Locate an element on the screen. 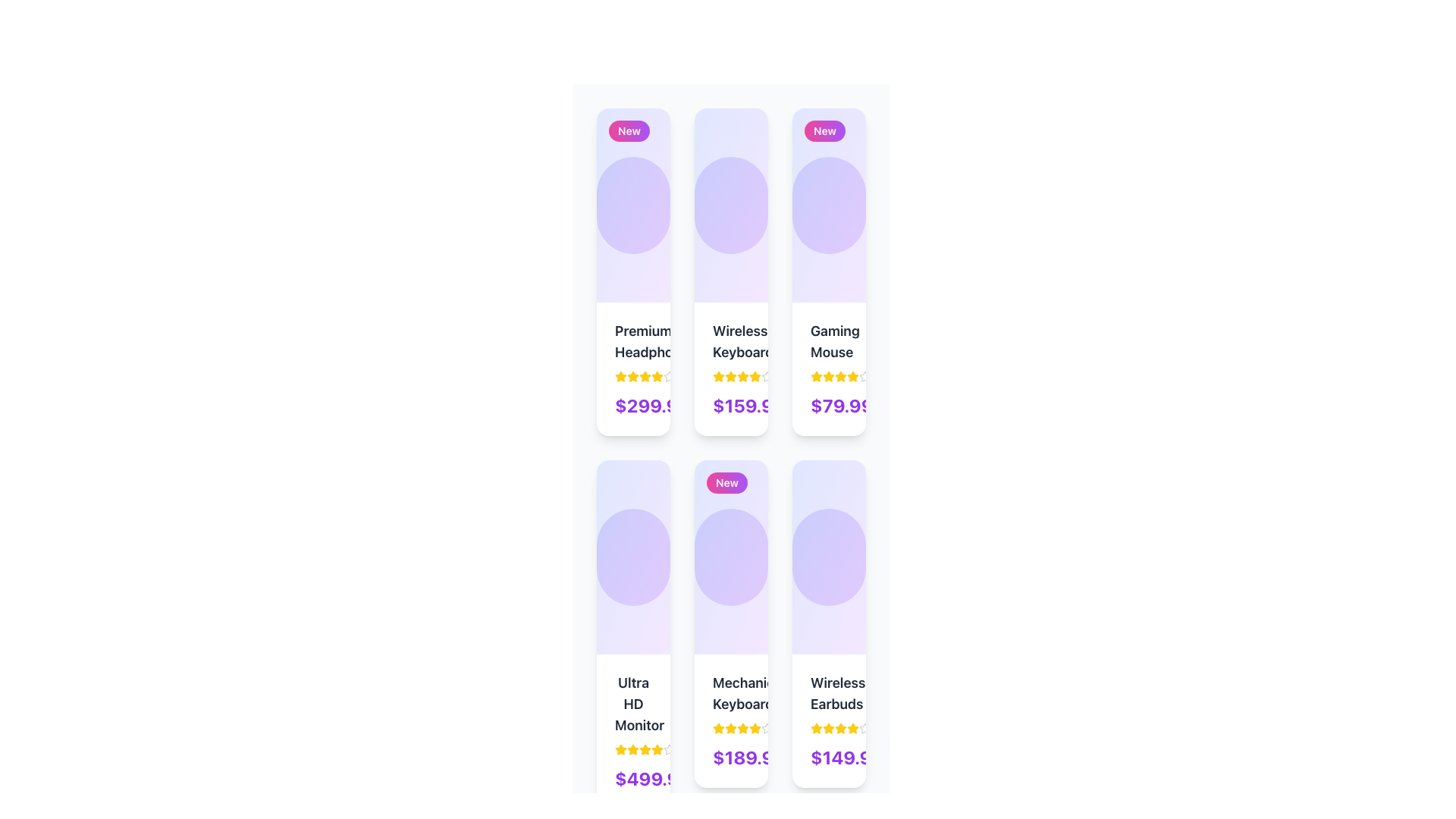 The height and width of the screenshot is (819, 1456). the sixth star icon representing the rating point for the 'Mechanical Keyboard' product card, located in the bottom row, center column of the displayed product grid is located at coordinates (755, 727).